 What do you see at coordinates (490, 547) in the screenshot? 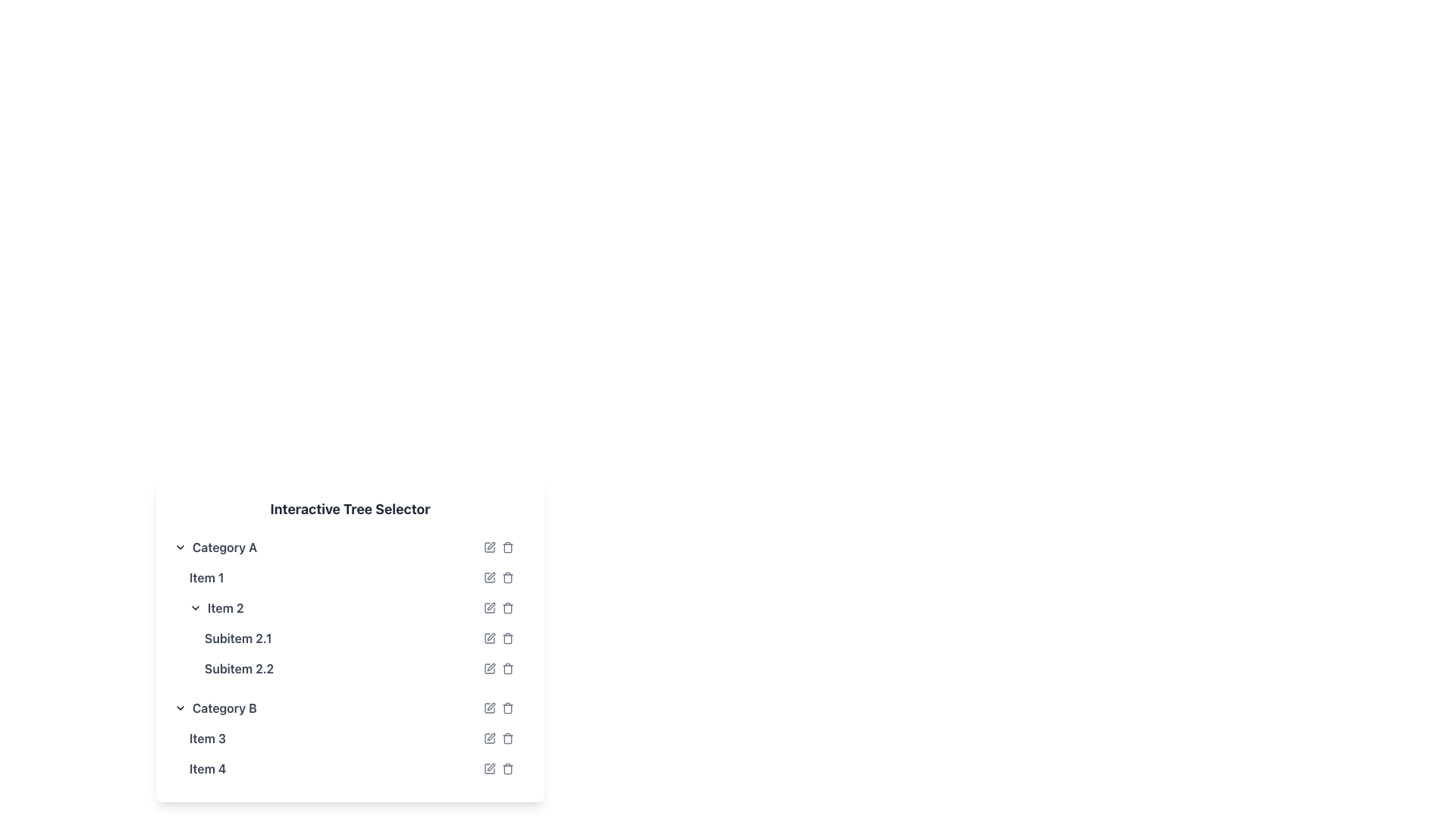
I see `the Edit icon button located on the right side of the 'Category A' label in the 'Interactive Tree Selector' interface` at bounding box center [490, 547].